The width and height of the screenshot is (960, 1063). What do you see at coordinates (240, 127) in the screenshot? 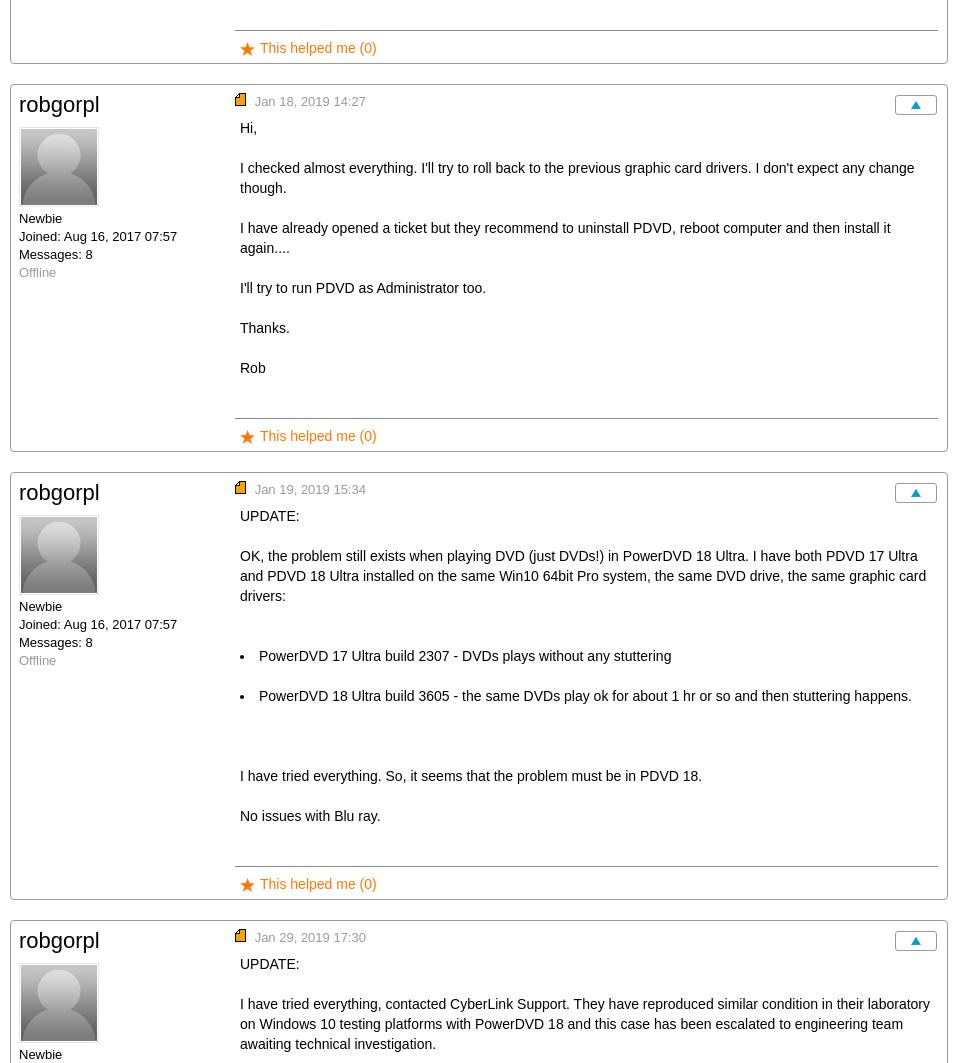
I see `'Hi,'` at bounding box center [240, 127].